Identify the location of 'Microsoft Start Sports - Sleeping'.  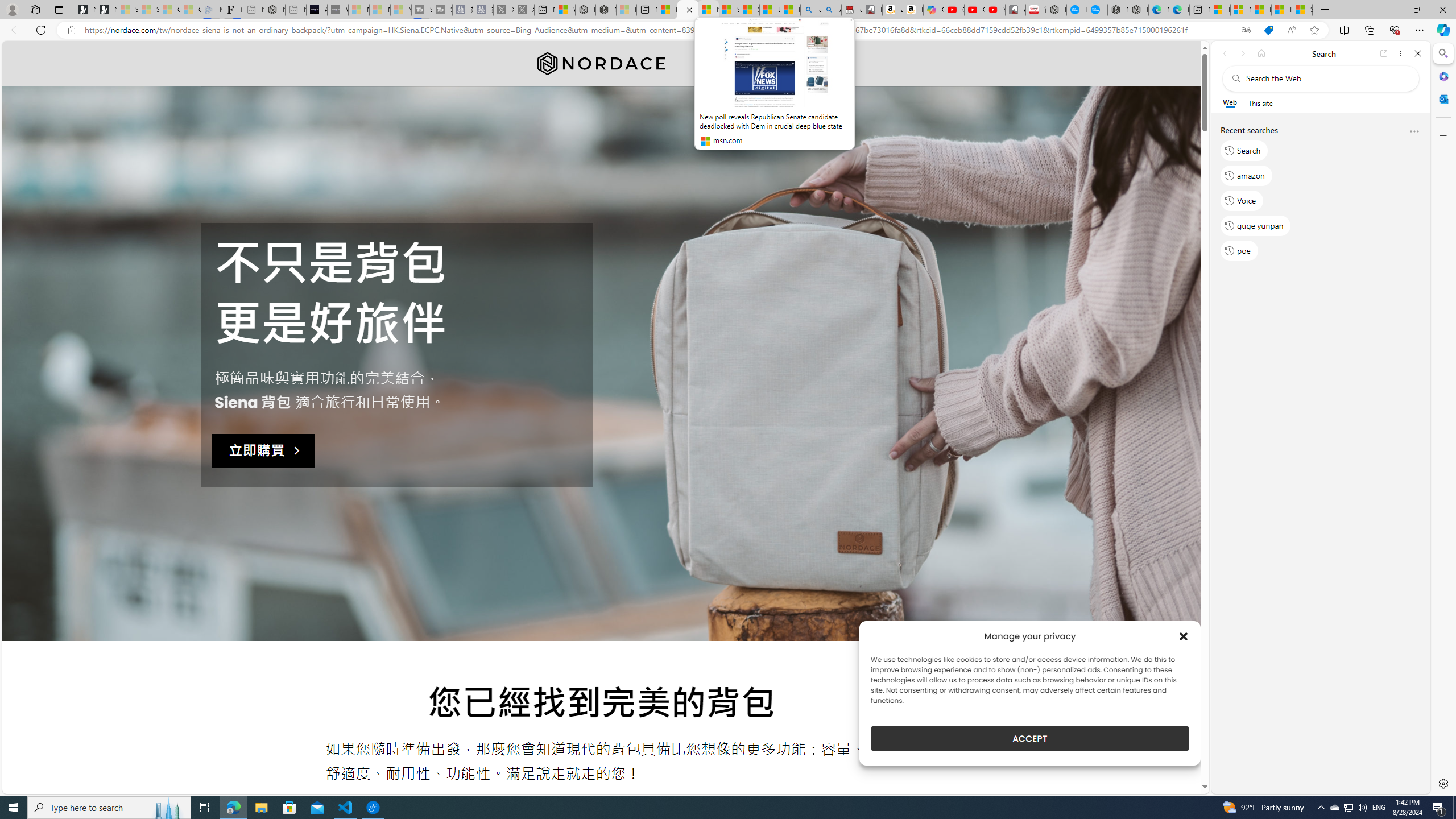
(359, 9).